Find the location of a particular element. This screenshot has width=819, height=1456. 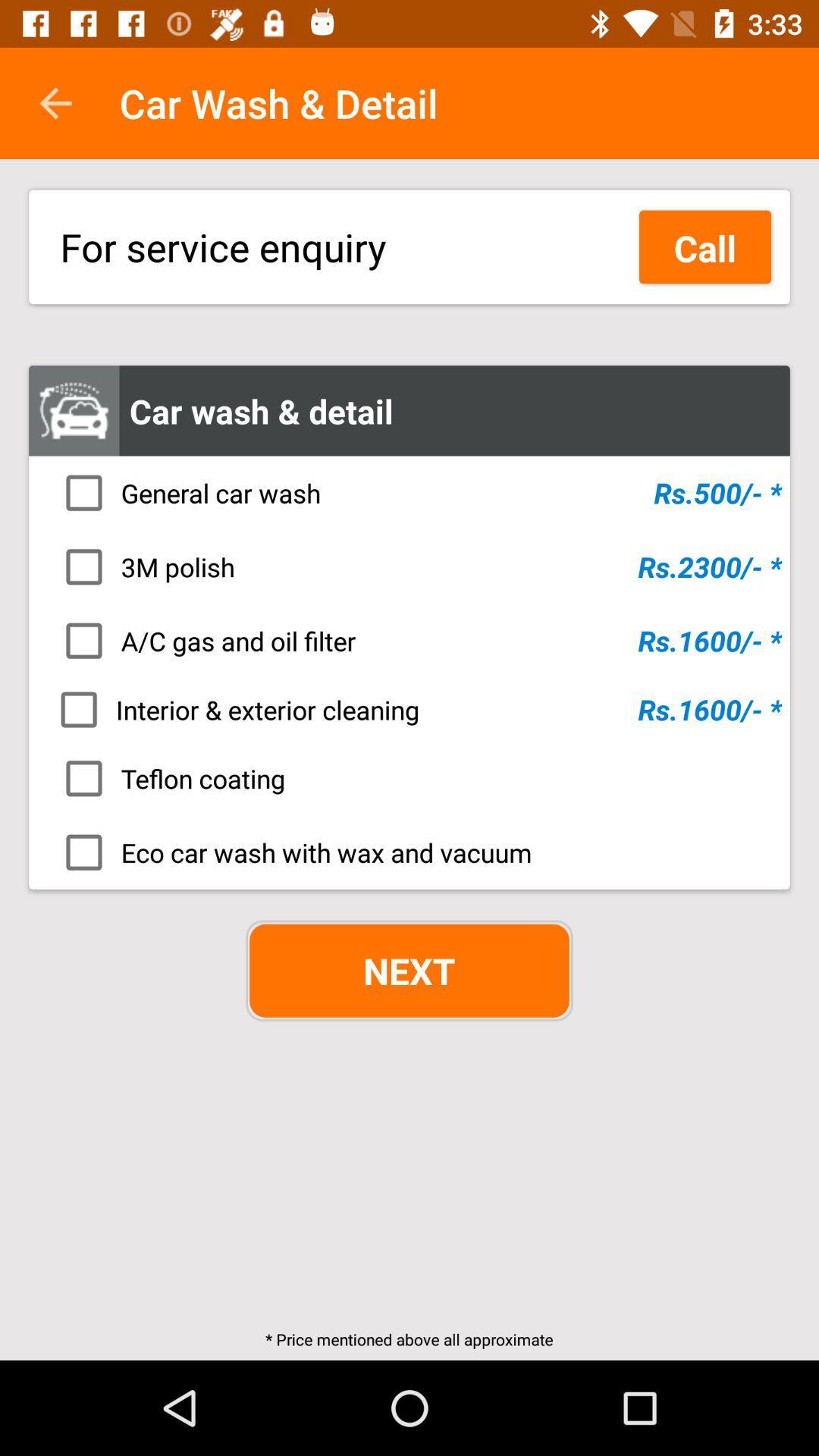

interior & exterior cleaning item is located at coordinates (414, 709).